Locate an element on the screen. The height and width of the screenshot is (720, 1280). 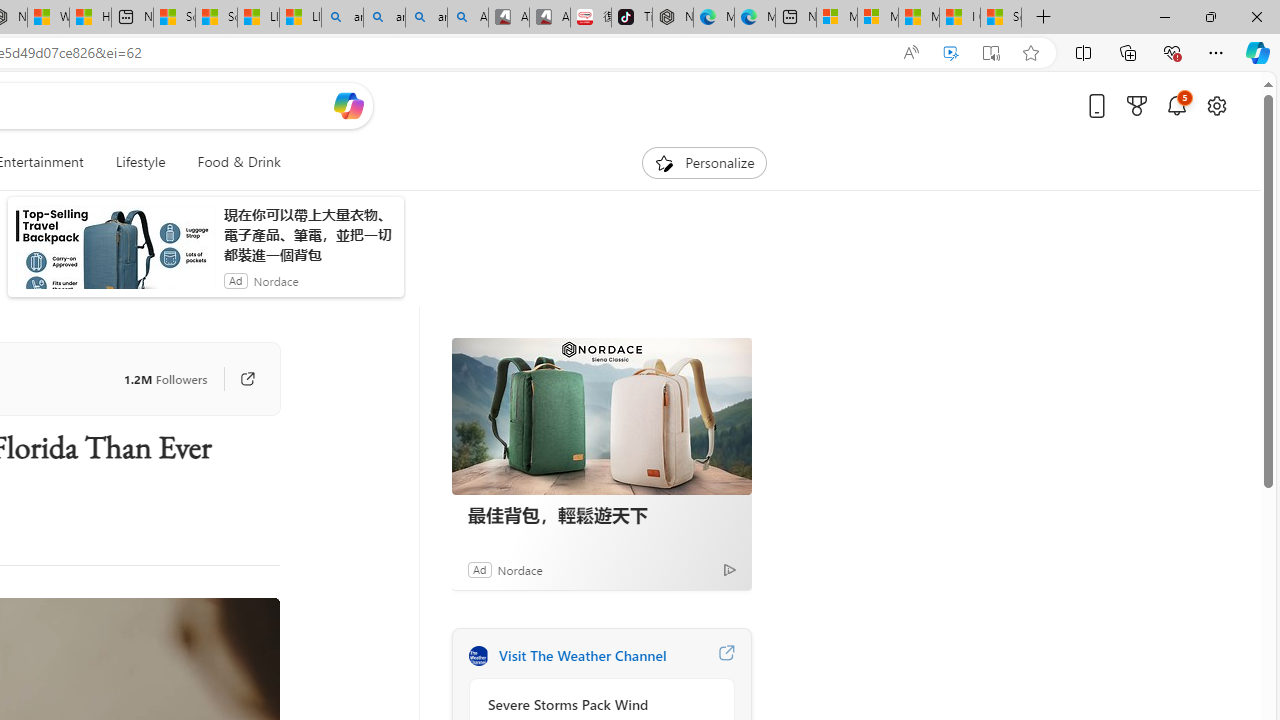
'Split screen' is located at coordinates (1082, 51).